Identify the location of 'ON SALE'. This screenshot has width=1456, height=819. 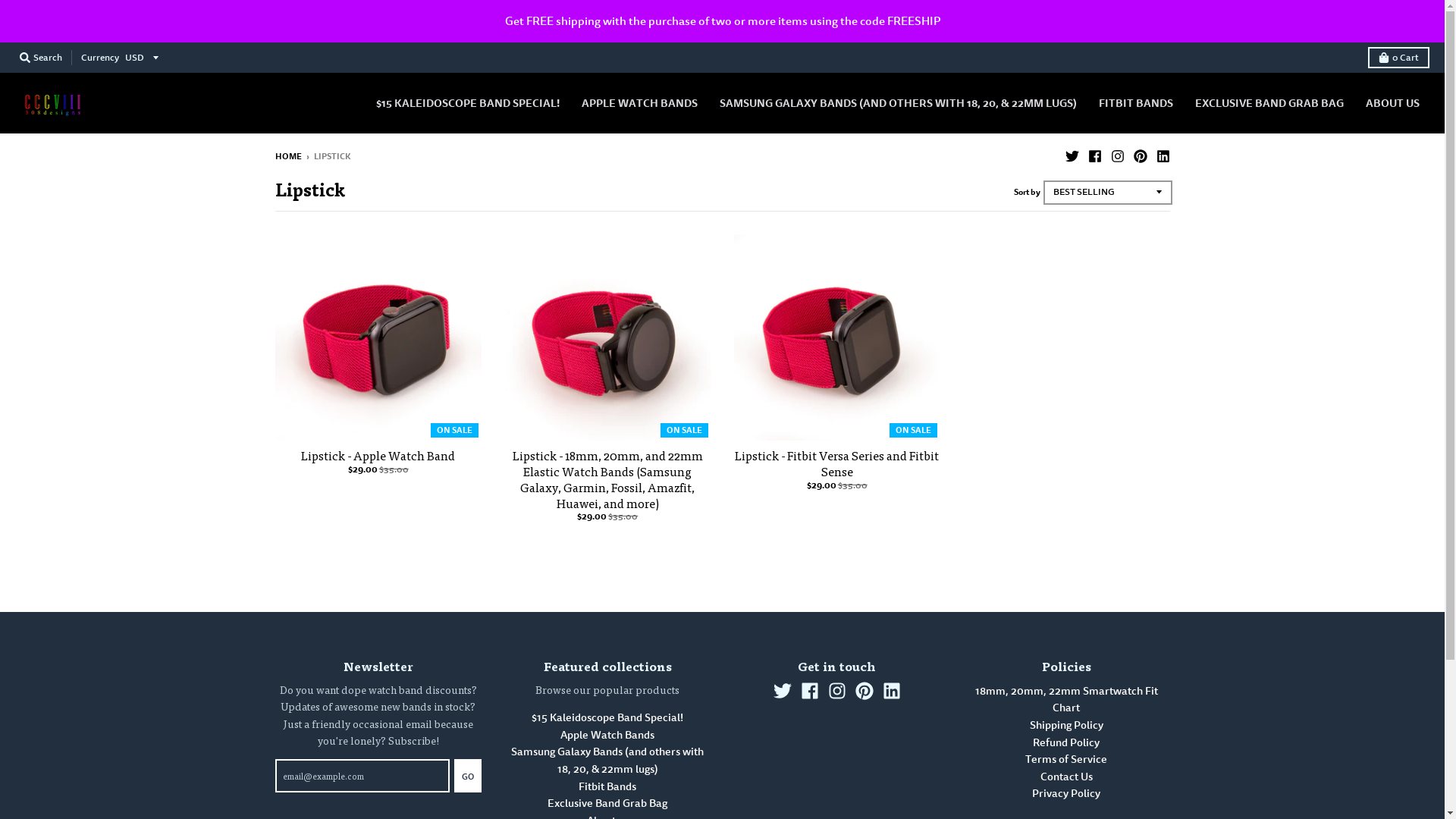
(607, 337).